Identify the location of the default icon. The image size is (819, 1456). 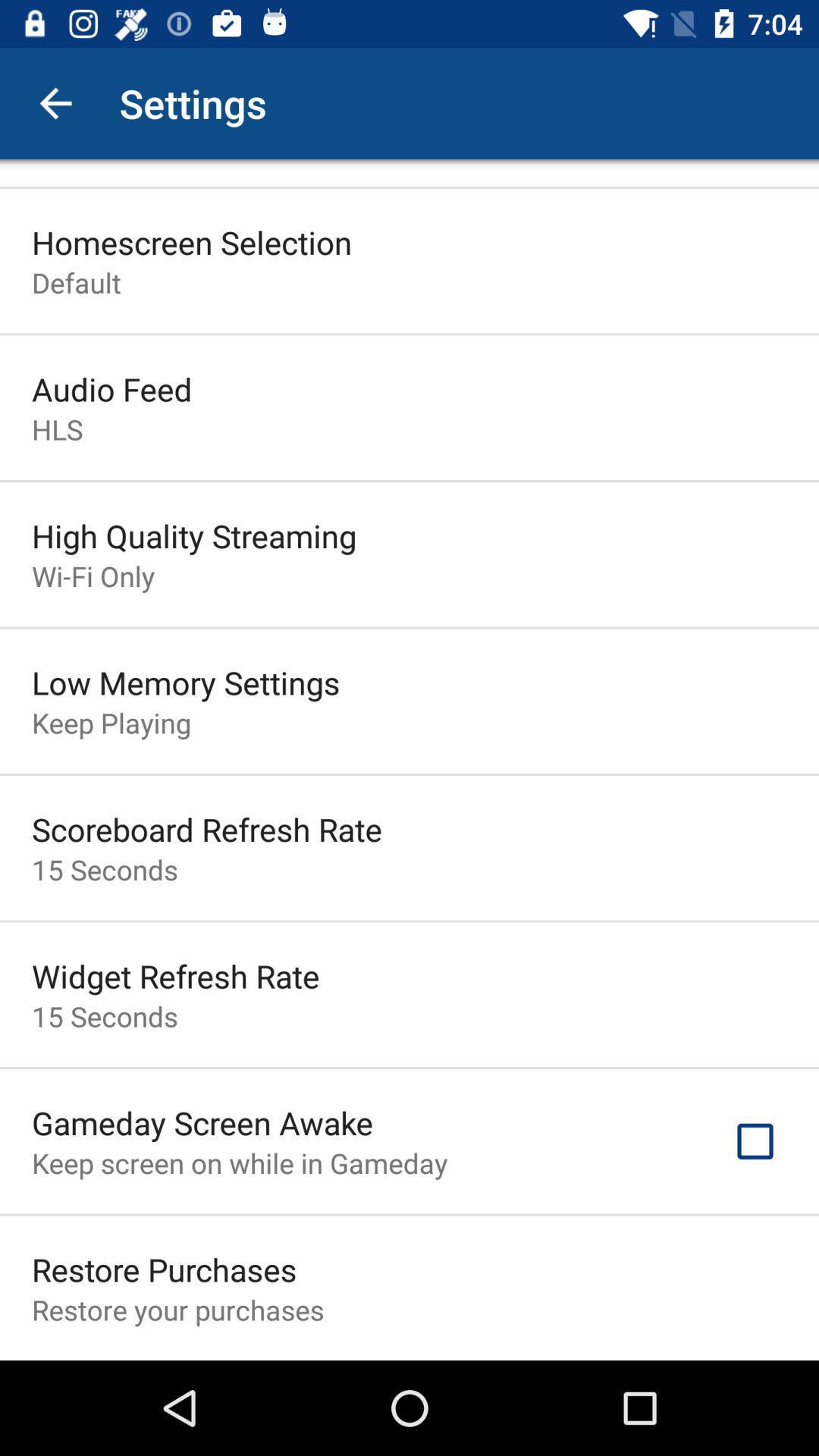
(76, 282).